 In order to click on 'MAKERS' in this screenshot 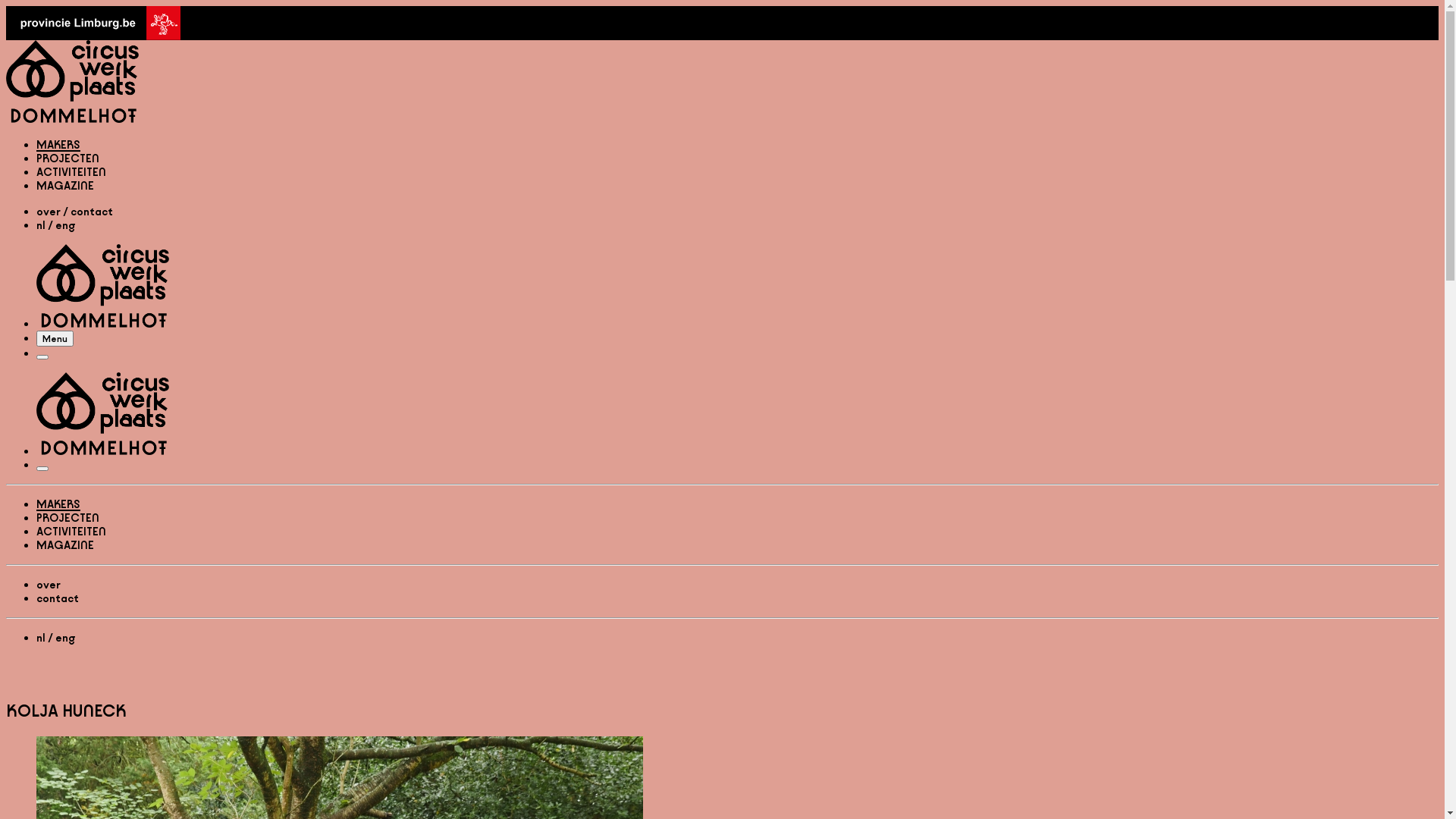, I will do `click(58, 144)`.